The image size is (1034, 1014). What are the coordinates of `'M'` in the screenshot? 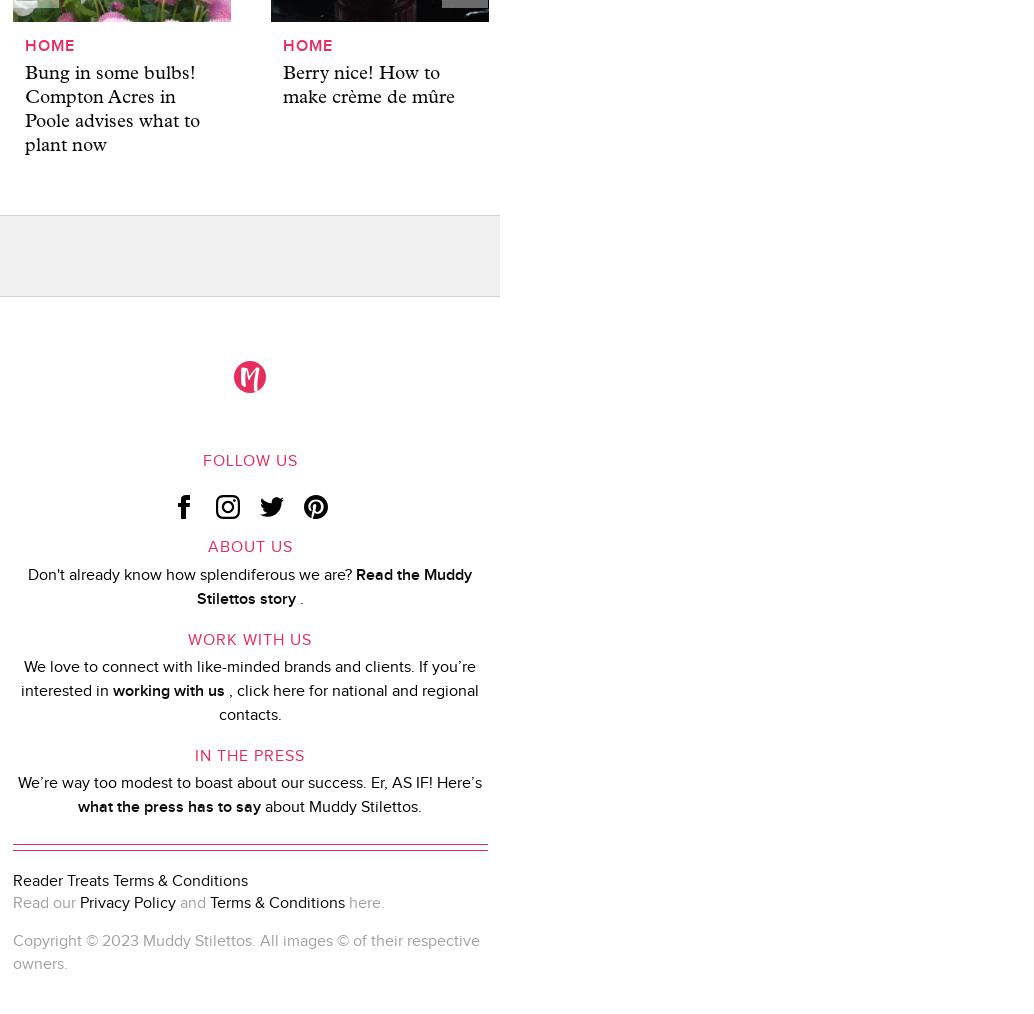 It's located at (250, 376).